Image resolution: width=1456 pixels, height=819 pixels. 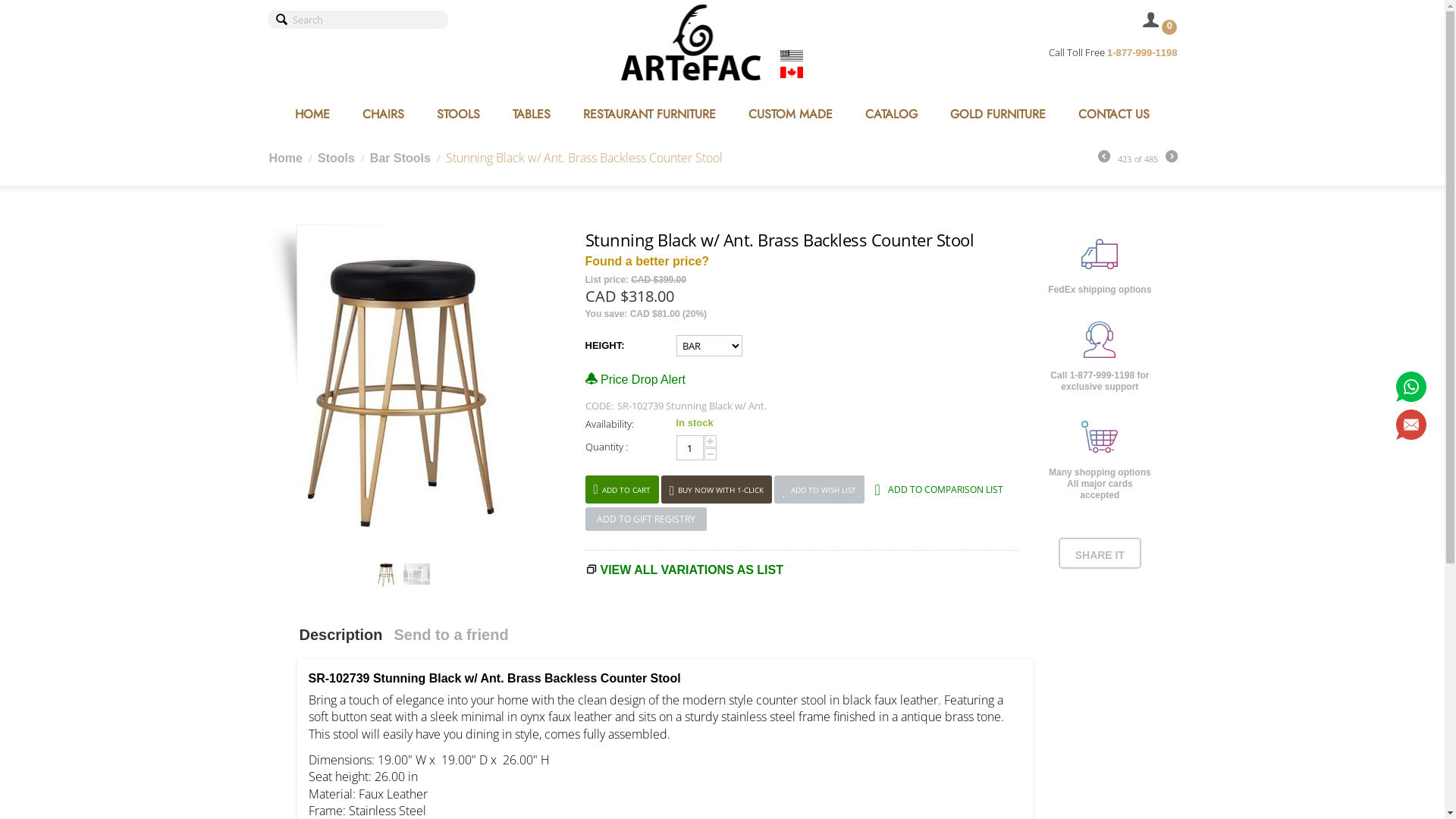 What do you see at coordinates (635, 378) in the screenshot?
I see `'Price Drop Alert'` at bounding box center [635, 378].